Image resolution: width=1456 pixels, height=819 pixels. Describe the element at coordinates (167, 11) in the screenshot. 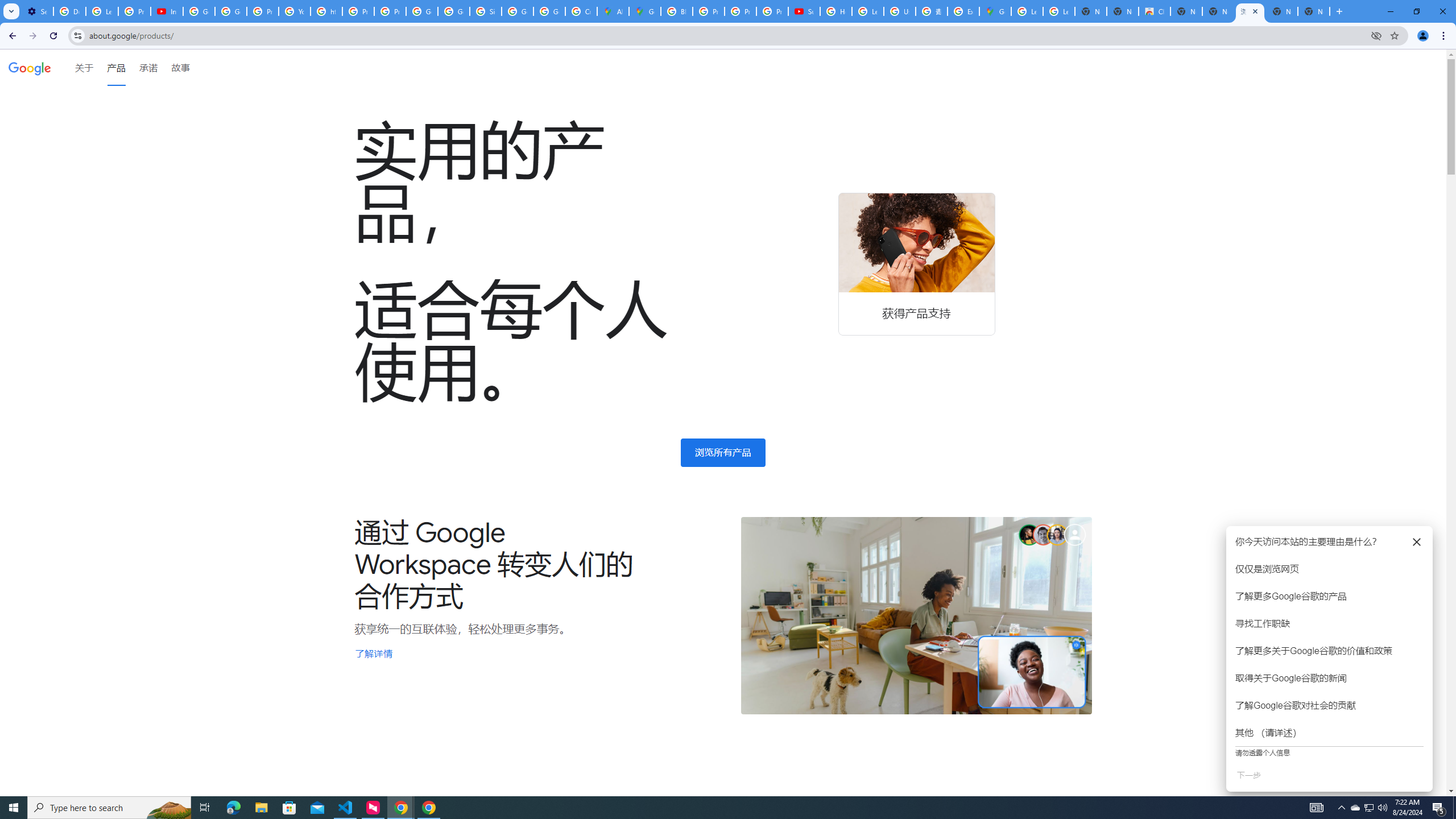

I see `'Introduction | Google Privacy Policy - YouTube'` at that location.